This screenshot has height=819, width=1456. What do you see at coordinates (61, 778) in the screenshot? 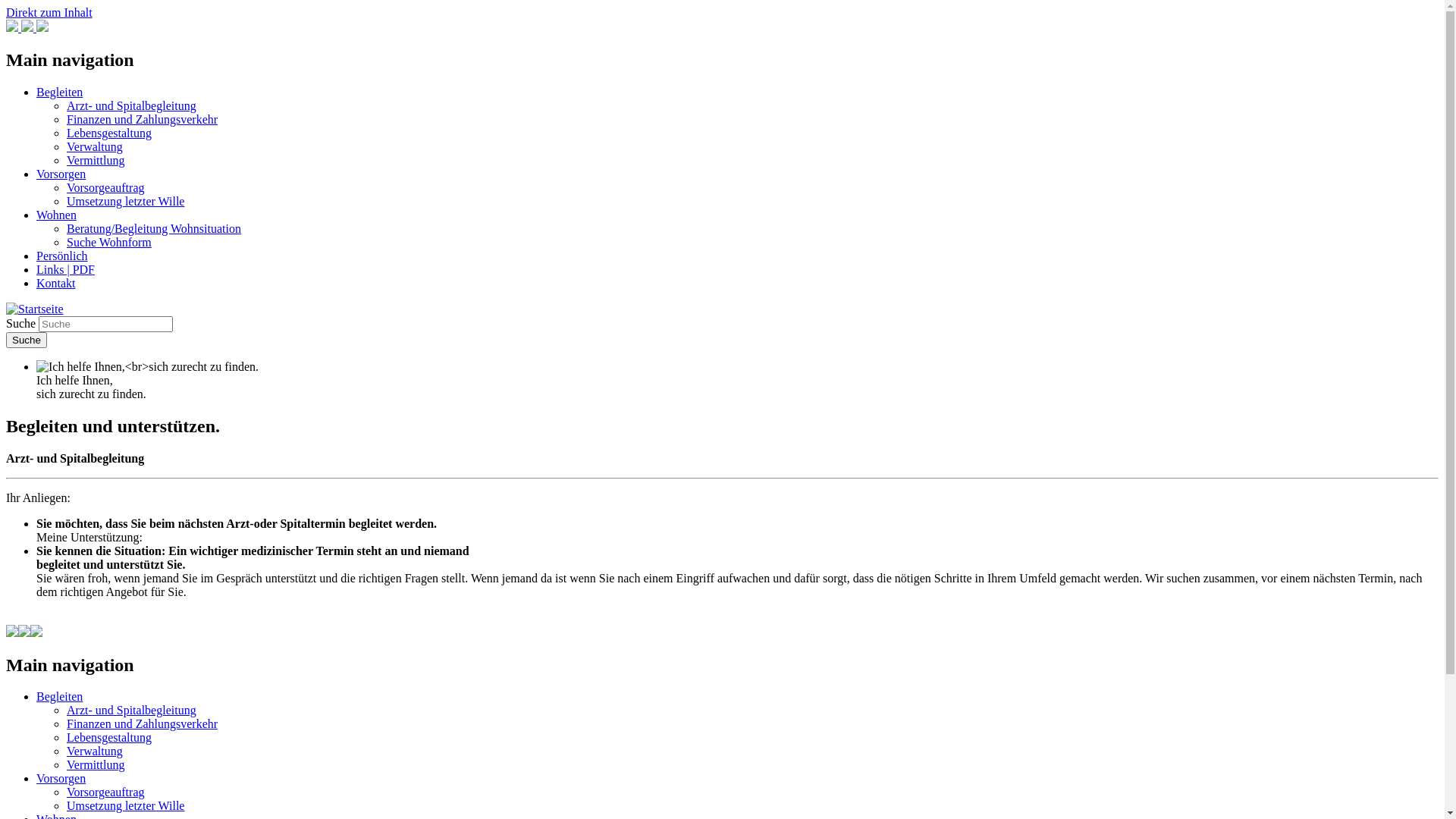
I see `'Vorsorgen'` at bounding box center [61, 778].